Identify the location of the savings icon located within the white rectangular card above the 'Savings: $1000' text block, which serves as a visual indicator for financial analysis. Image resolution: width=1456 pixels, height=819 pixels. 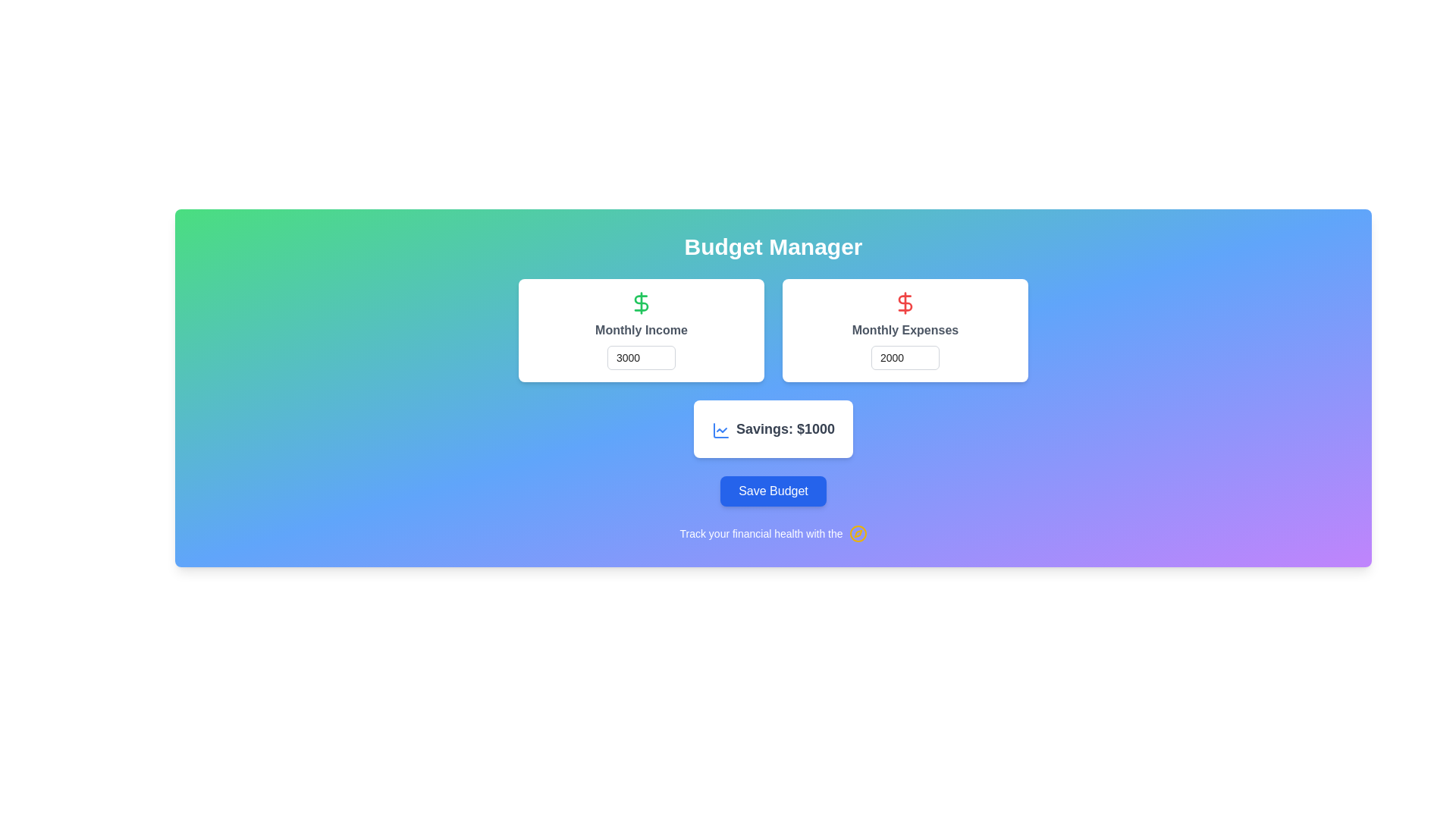
(720, 430).